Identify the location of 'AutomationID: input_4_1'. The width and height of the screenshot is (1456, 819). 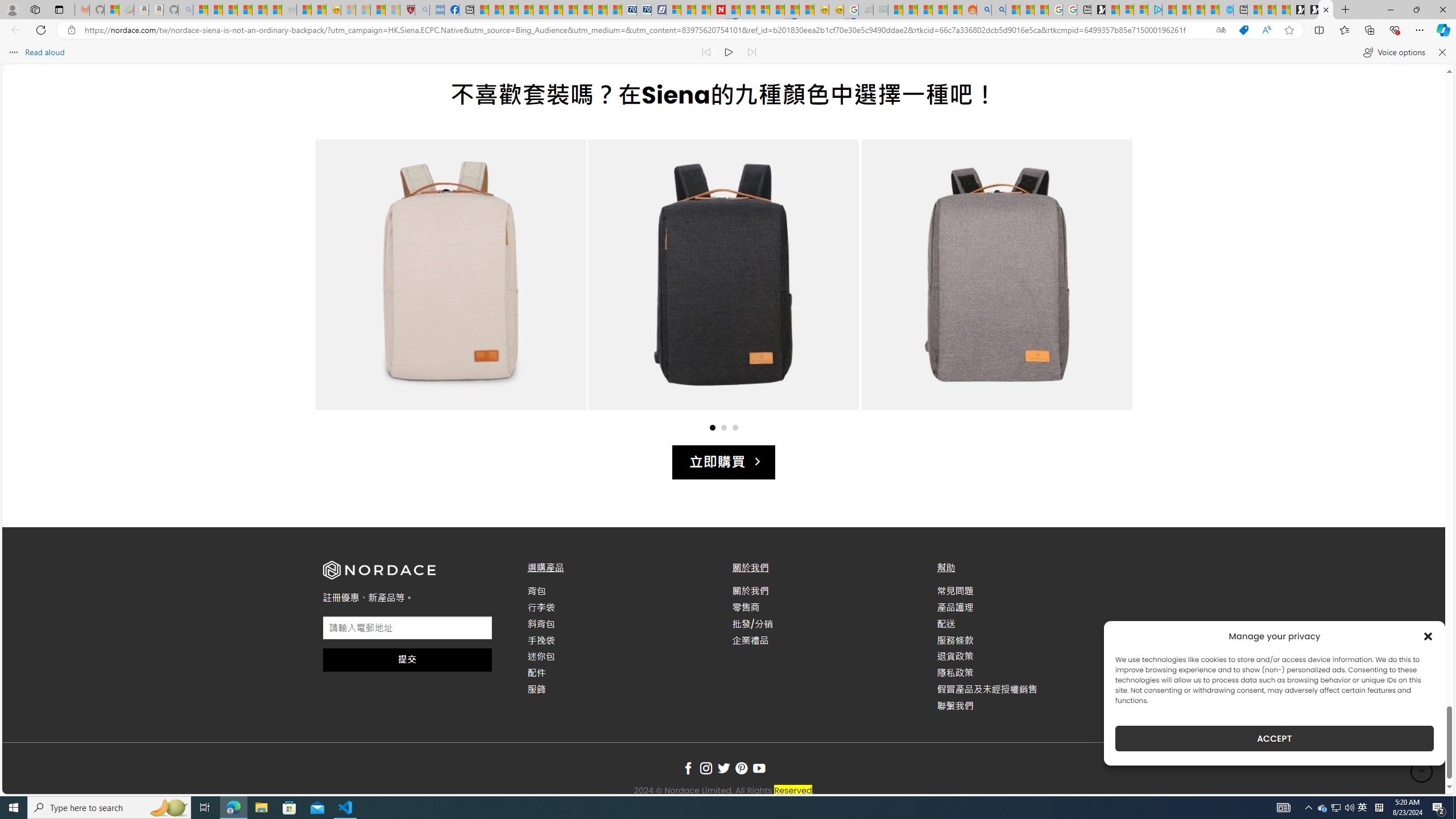
(406, 627).